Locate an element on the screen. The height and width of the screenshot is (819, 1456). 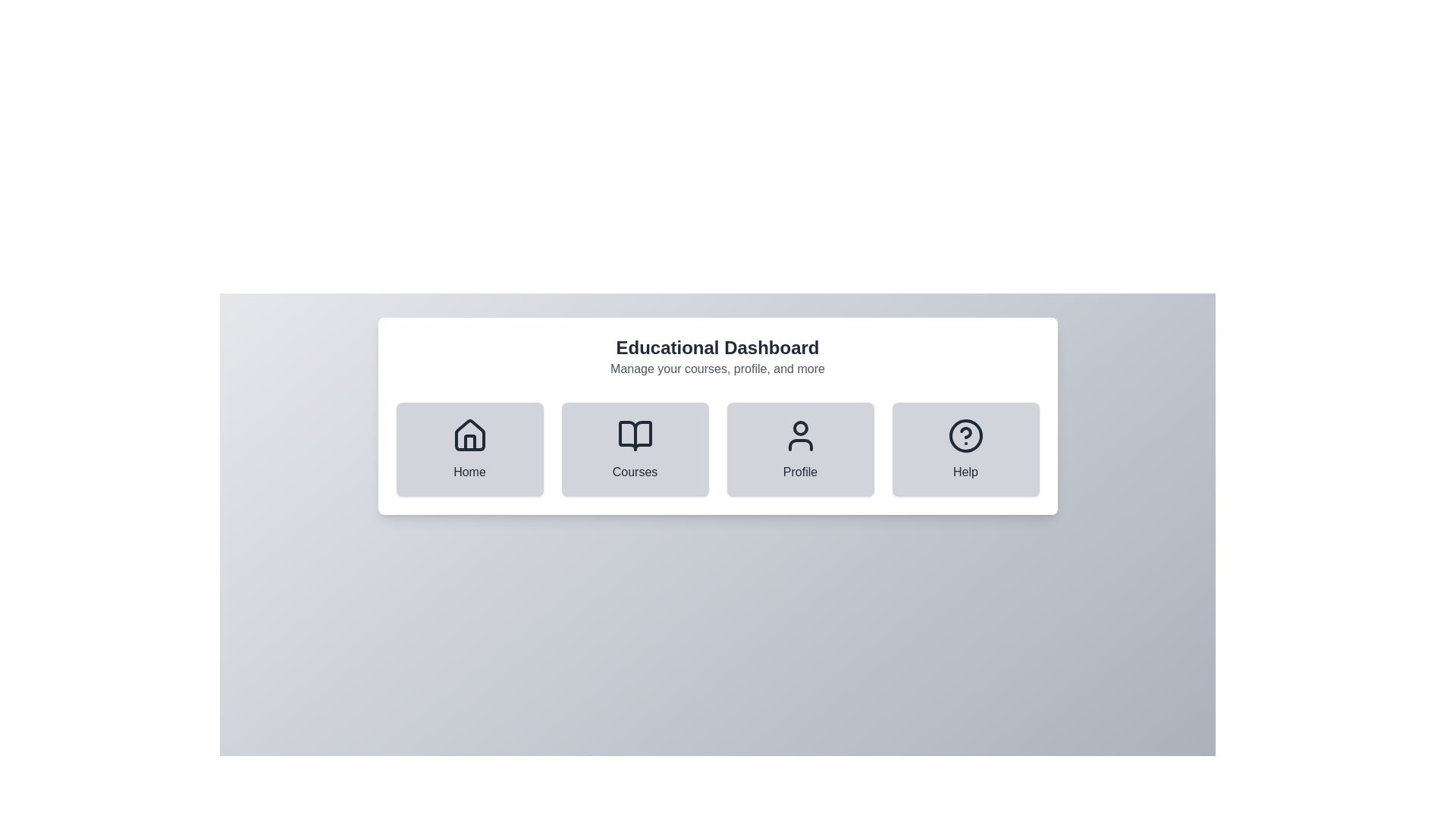
the house outline icon, which is dark gray and transitions to indigo on hover is located at coordinates (469, 435).